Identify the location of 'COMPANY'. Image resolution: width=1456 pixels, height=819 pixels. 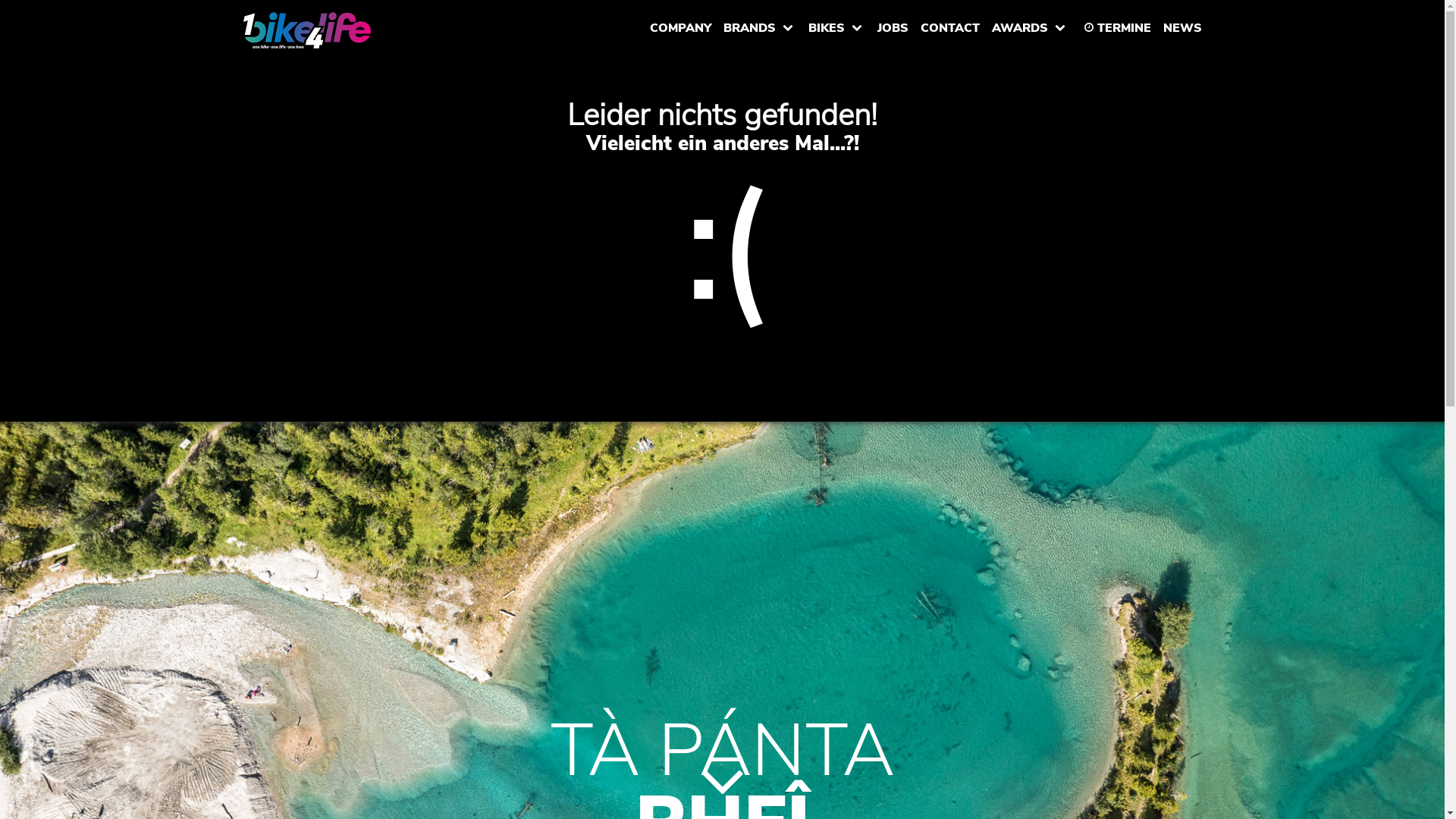
(679, 27).